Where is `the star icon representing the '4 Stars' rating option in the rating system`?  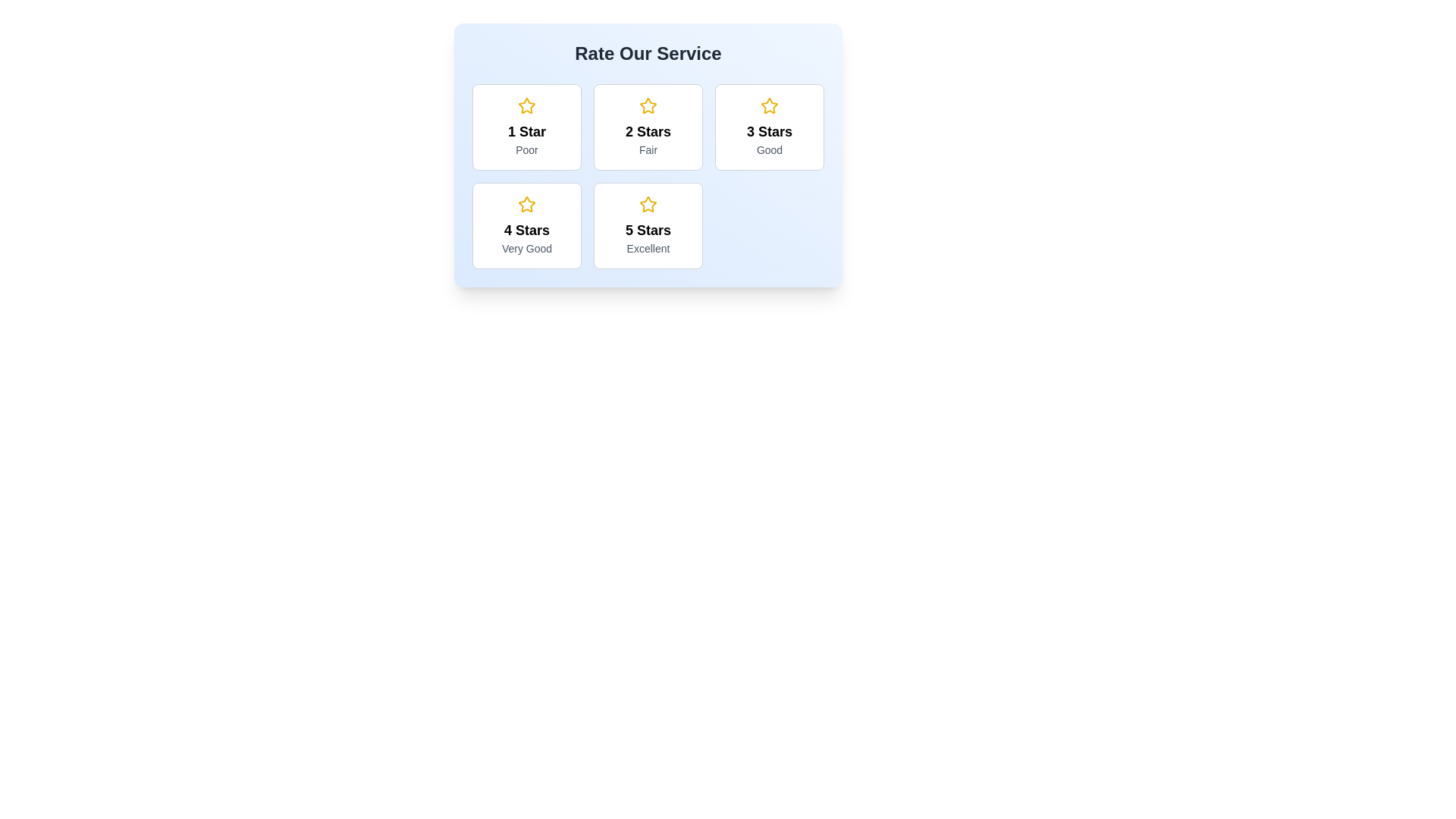 the star icon representing the '4 Stars' rating option in the rating system is located at coordinates (527, 203).